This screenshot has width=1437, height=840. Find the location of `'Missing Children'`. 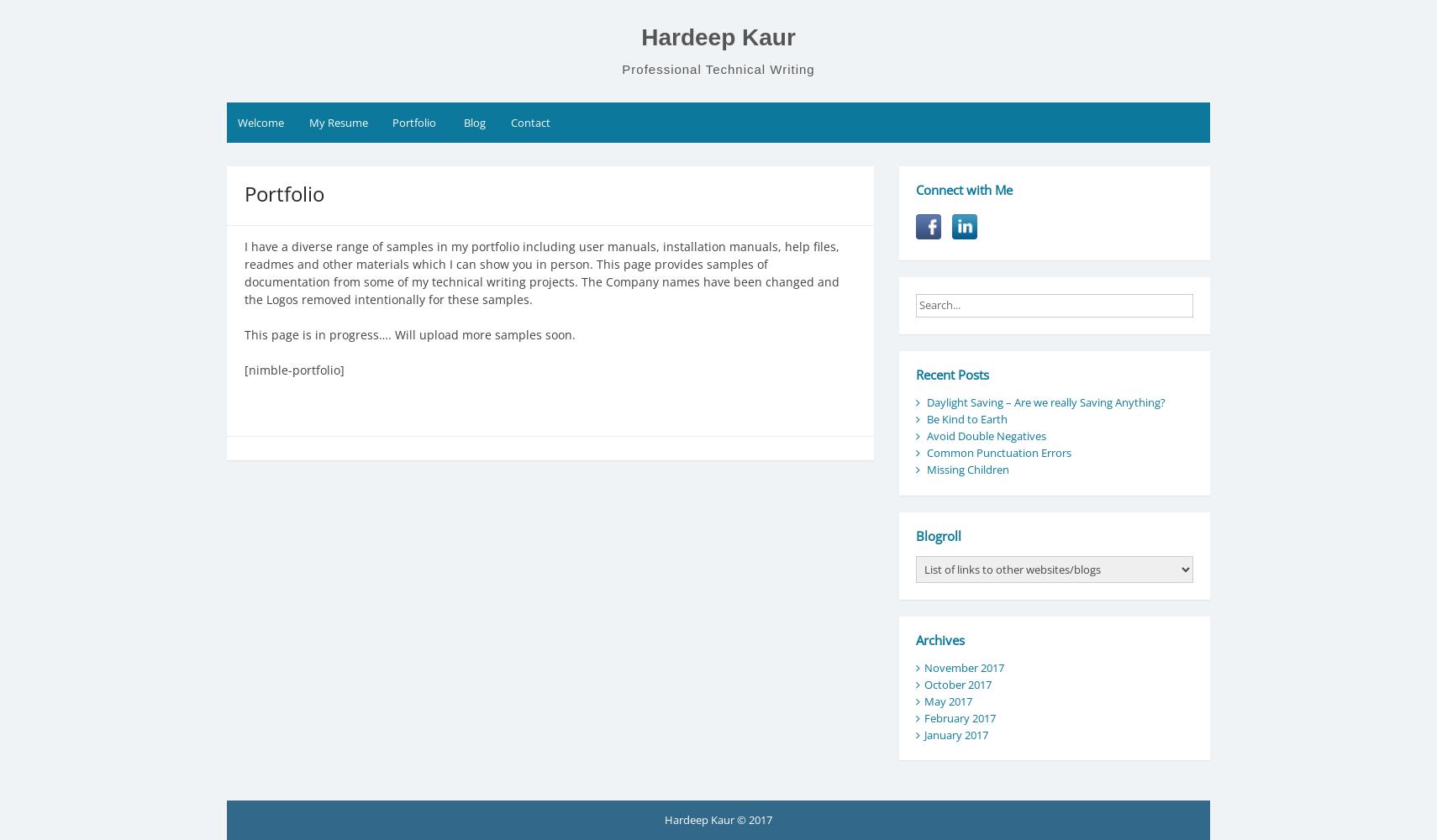

'Missing Children' is located at coordinates (966, 469).